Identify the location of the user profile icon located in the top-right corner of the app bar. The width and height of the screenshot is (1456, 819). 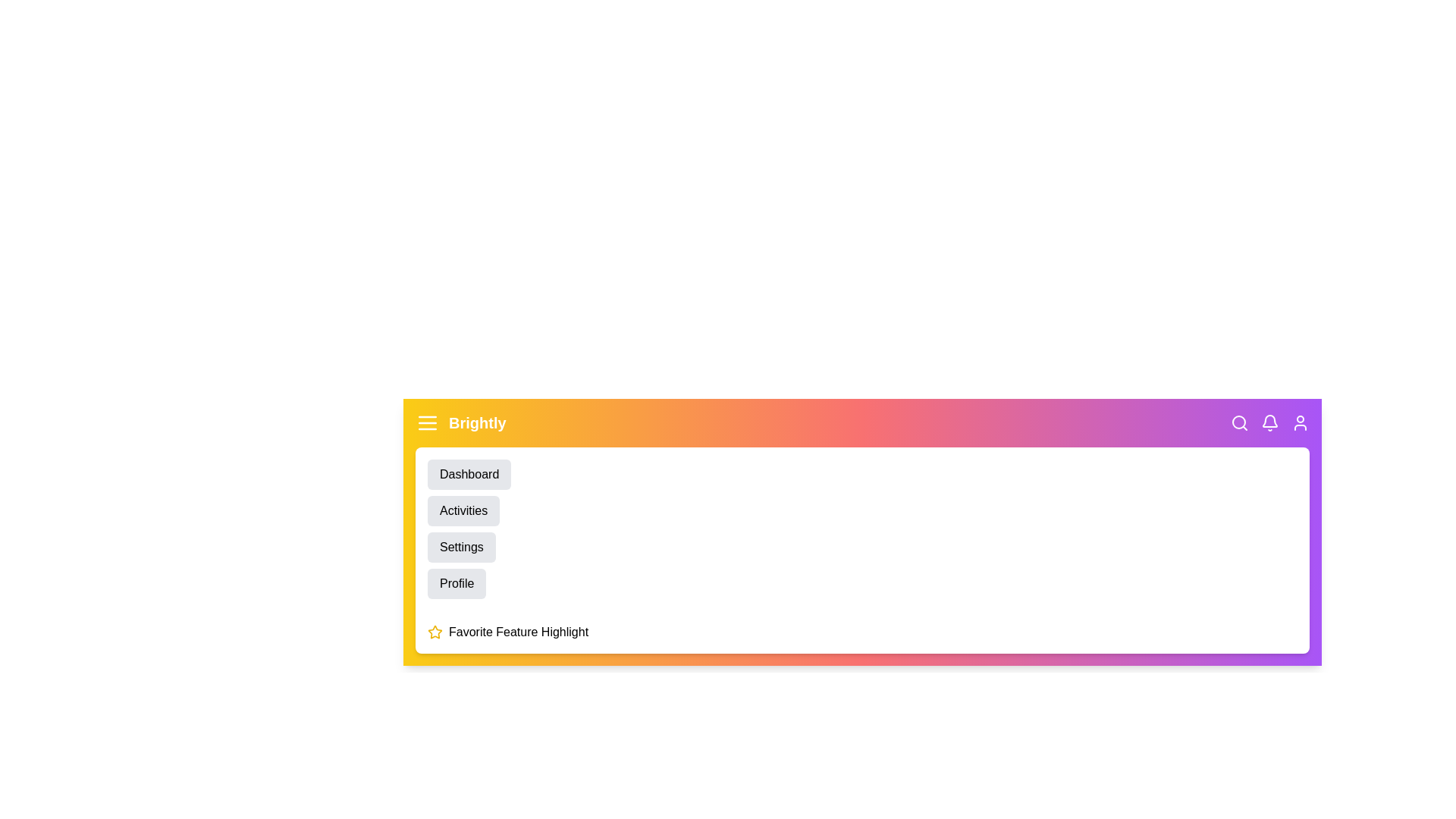
(1299, 423).